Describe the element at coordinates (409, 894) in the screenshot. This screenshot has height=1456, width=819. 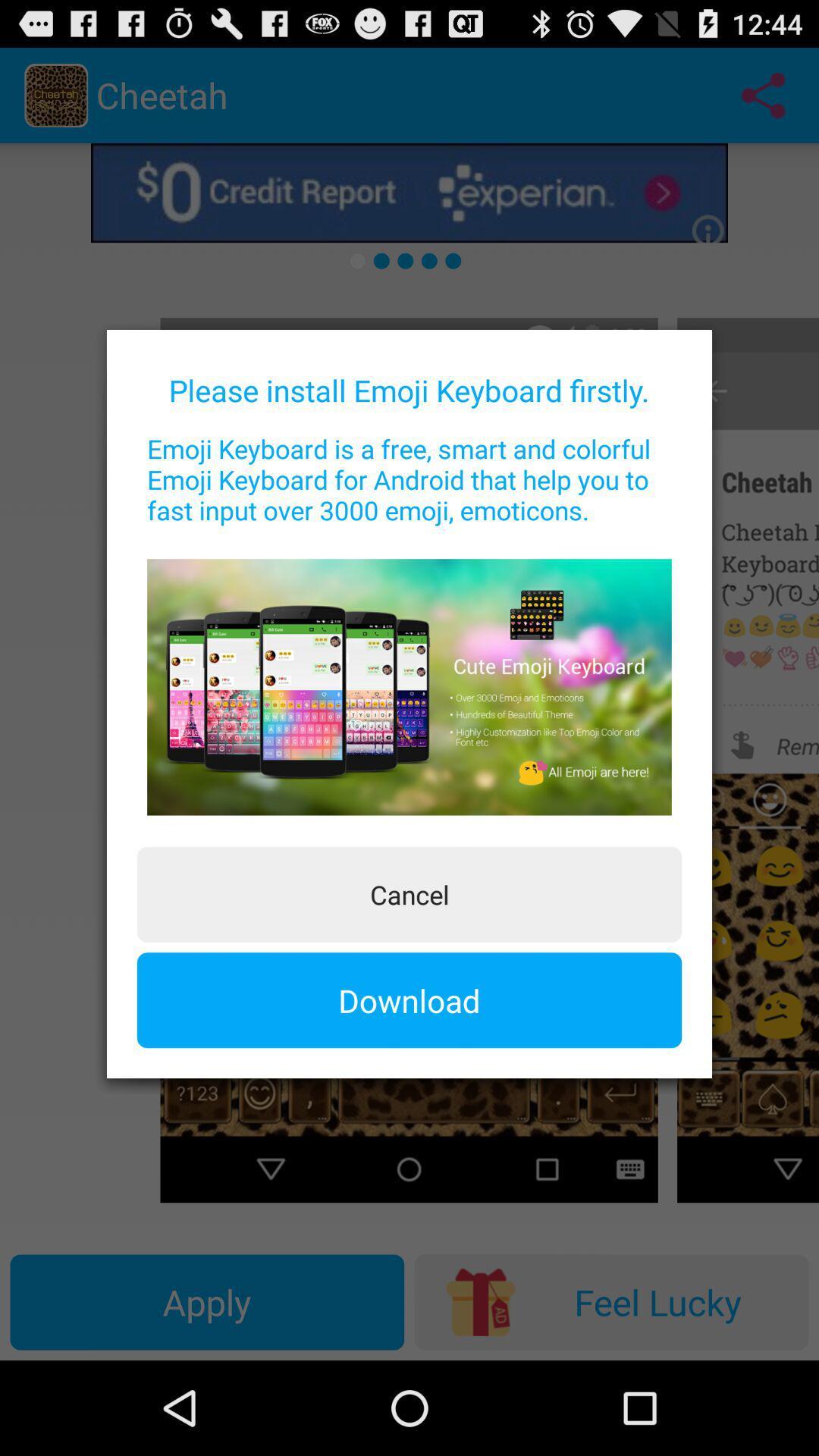
I see `the button above the download` at that location.